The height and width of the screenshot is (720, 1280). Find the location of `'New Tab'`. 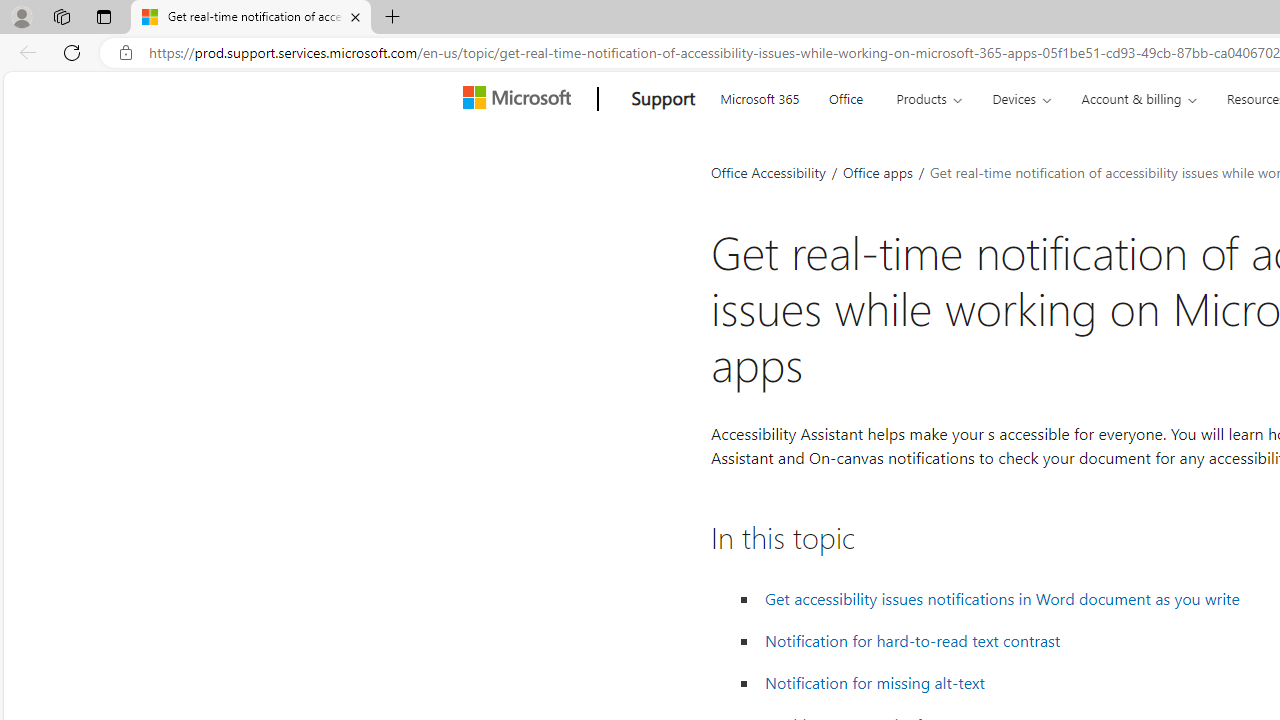

'New Tab' is located at coordinates (392, 17).